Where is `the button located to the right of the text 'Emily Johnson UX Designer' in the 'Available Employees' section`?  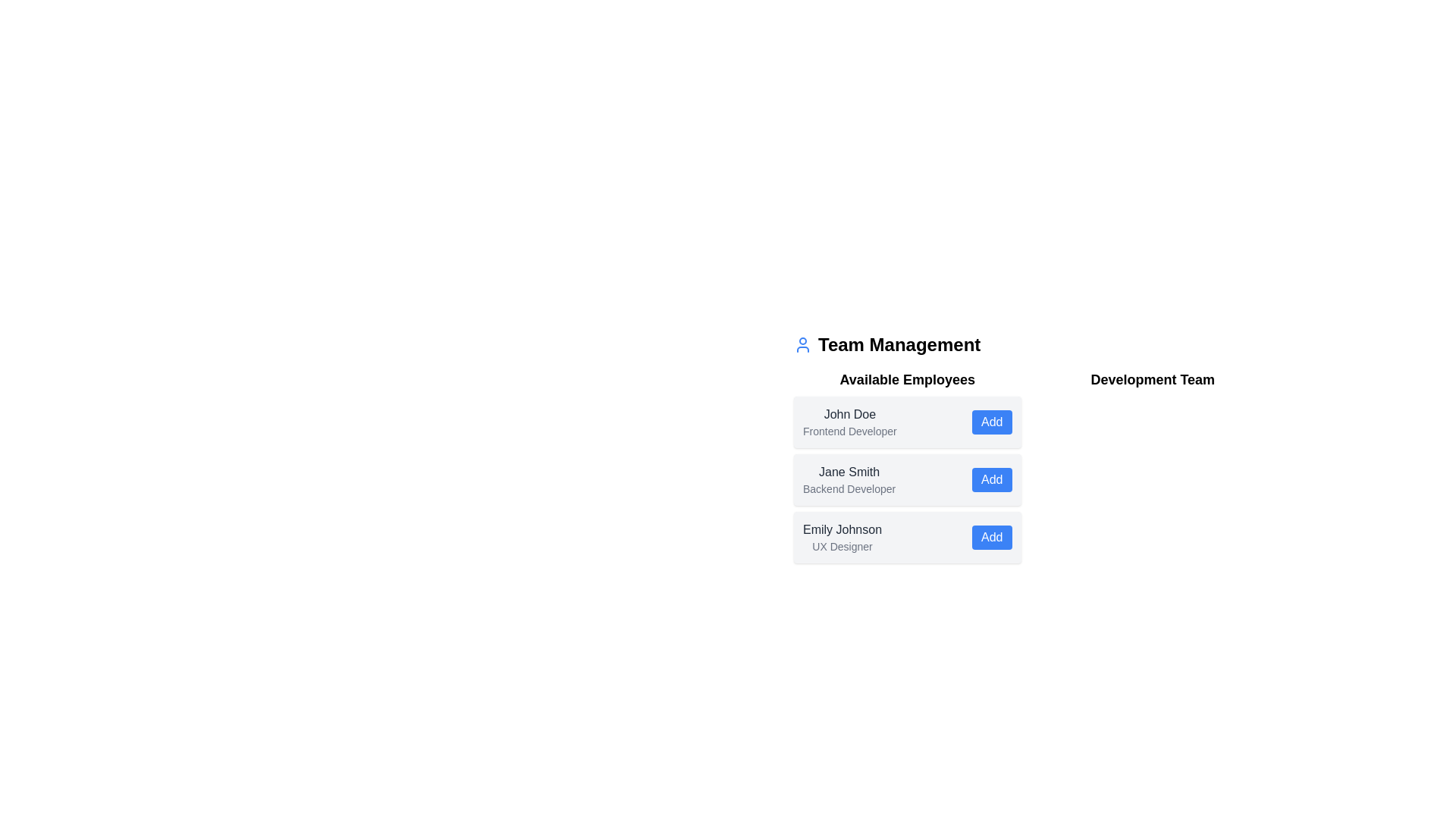
the button located to the right of the text 'Emily Johnson UX Designer' in the 'Available Employees' section is located at coordinates (992, 537).